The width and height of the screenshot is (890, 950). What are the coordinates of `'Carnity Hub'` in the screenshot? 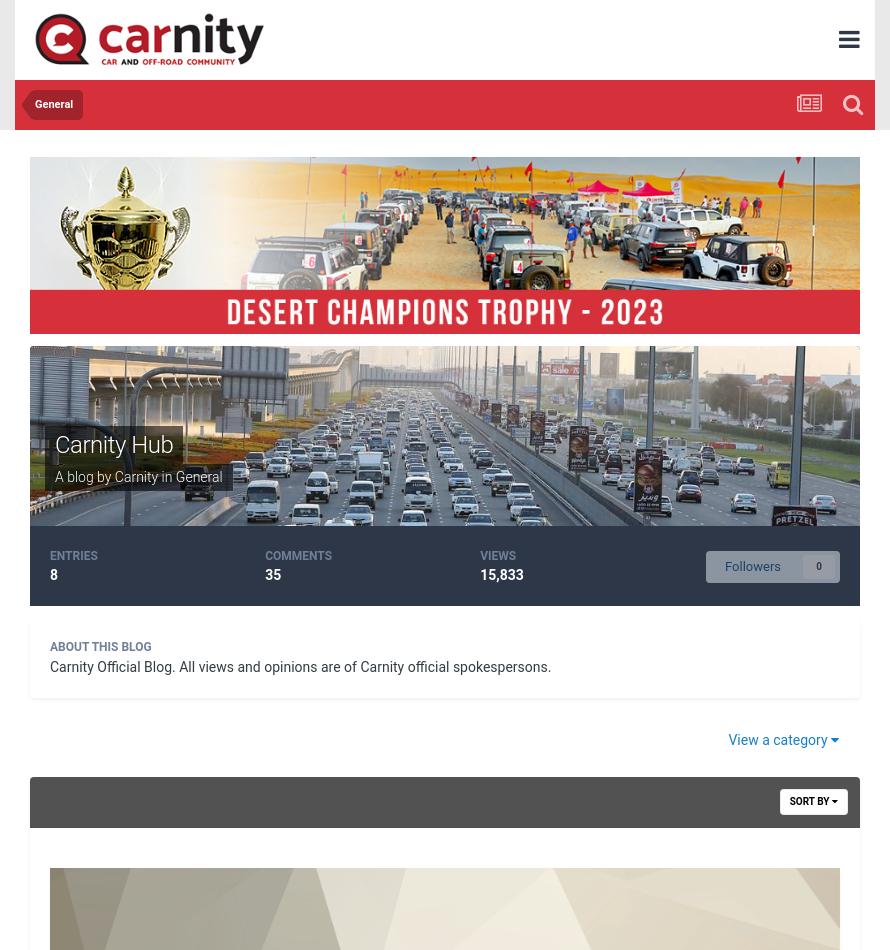 It's located at (55, 443).